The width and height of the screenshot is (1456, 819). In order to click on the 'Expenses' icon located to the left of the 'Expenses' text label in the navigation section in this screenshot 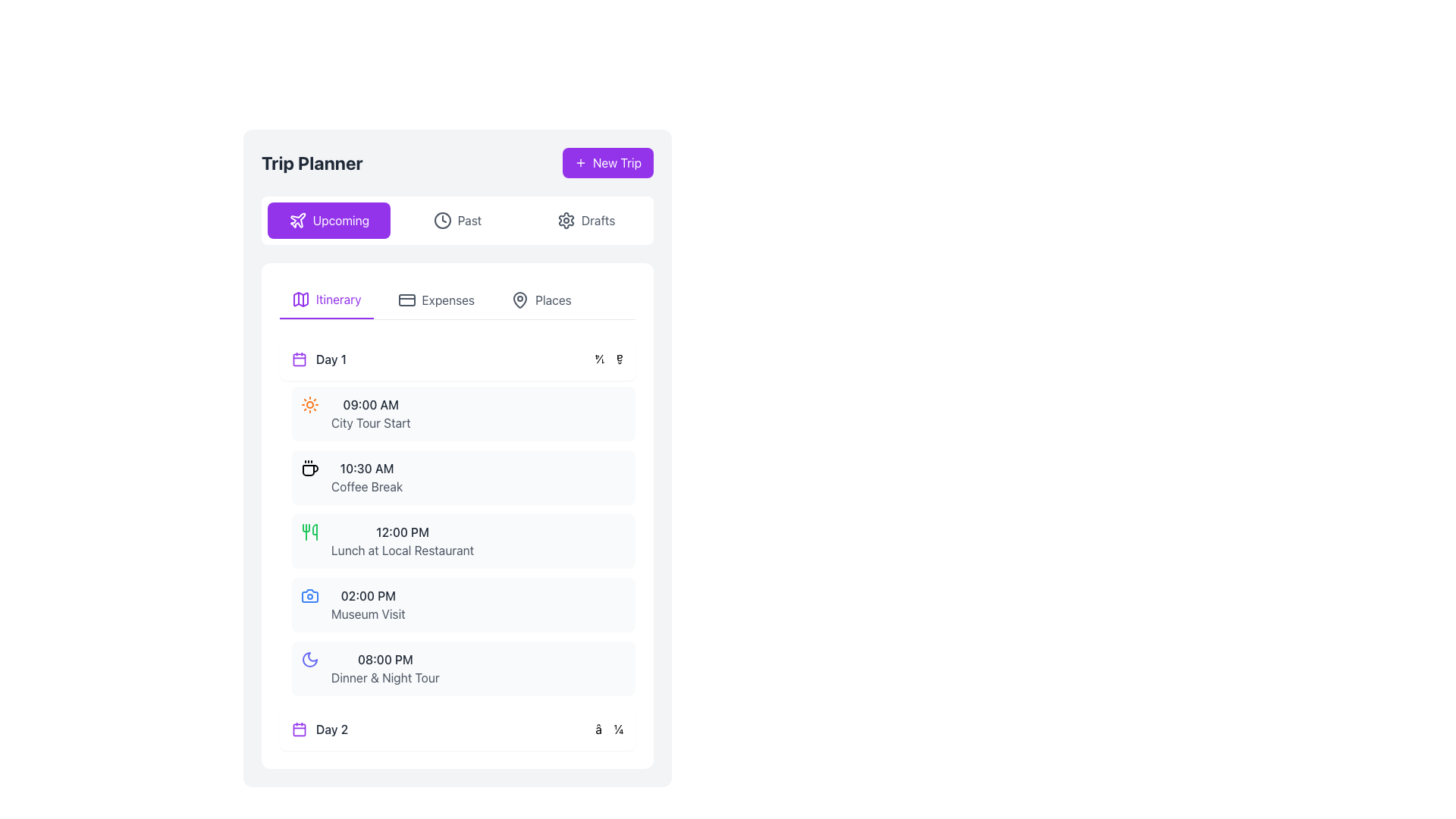, I will do `click(406, 300)`.